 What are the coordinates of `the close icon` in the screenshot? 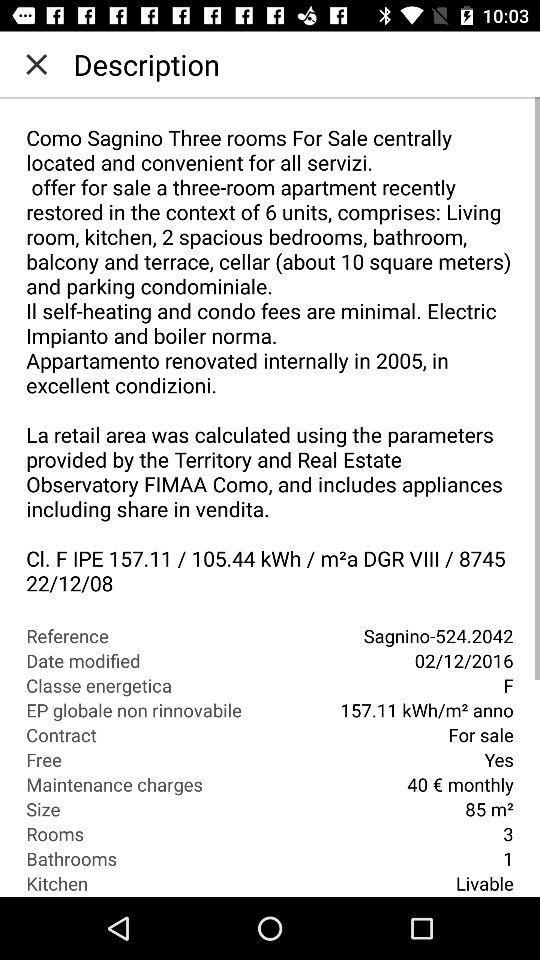 It's located at (36, 64).